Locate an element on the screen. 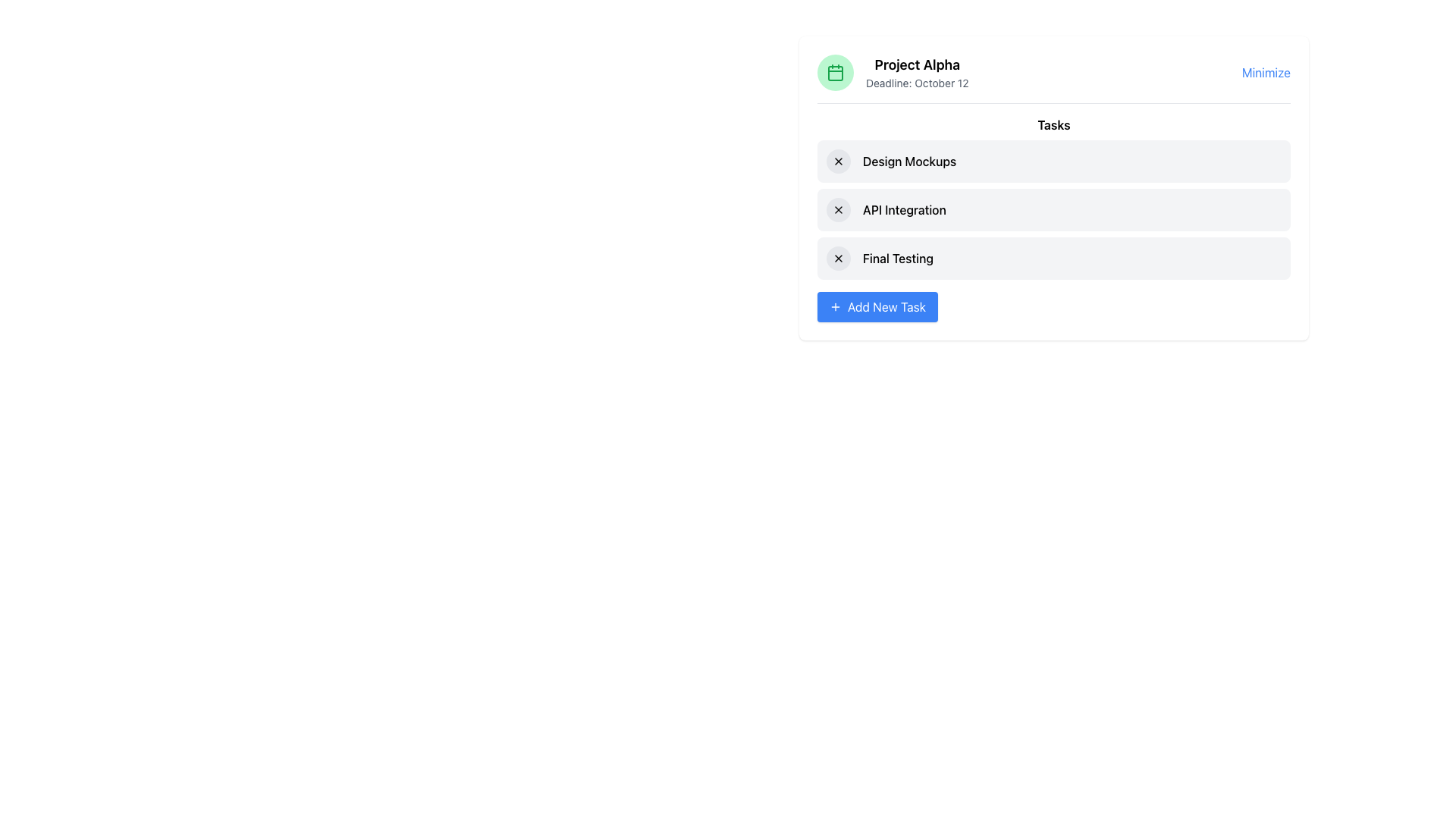  the circular green icon with a white calendar symbol, which is located to the left of the text block labeled 'Project Alpha' and its deadline is located at coordinates (835, 73).